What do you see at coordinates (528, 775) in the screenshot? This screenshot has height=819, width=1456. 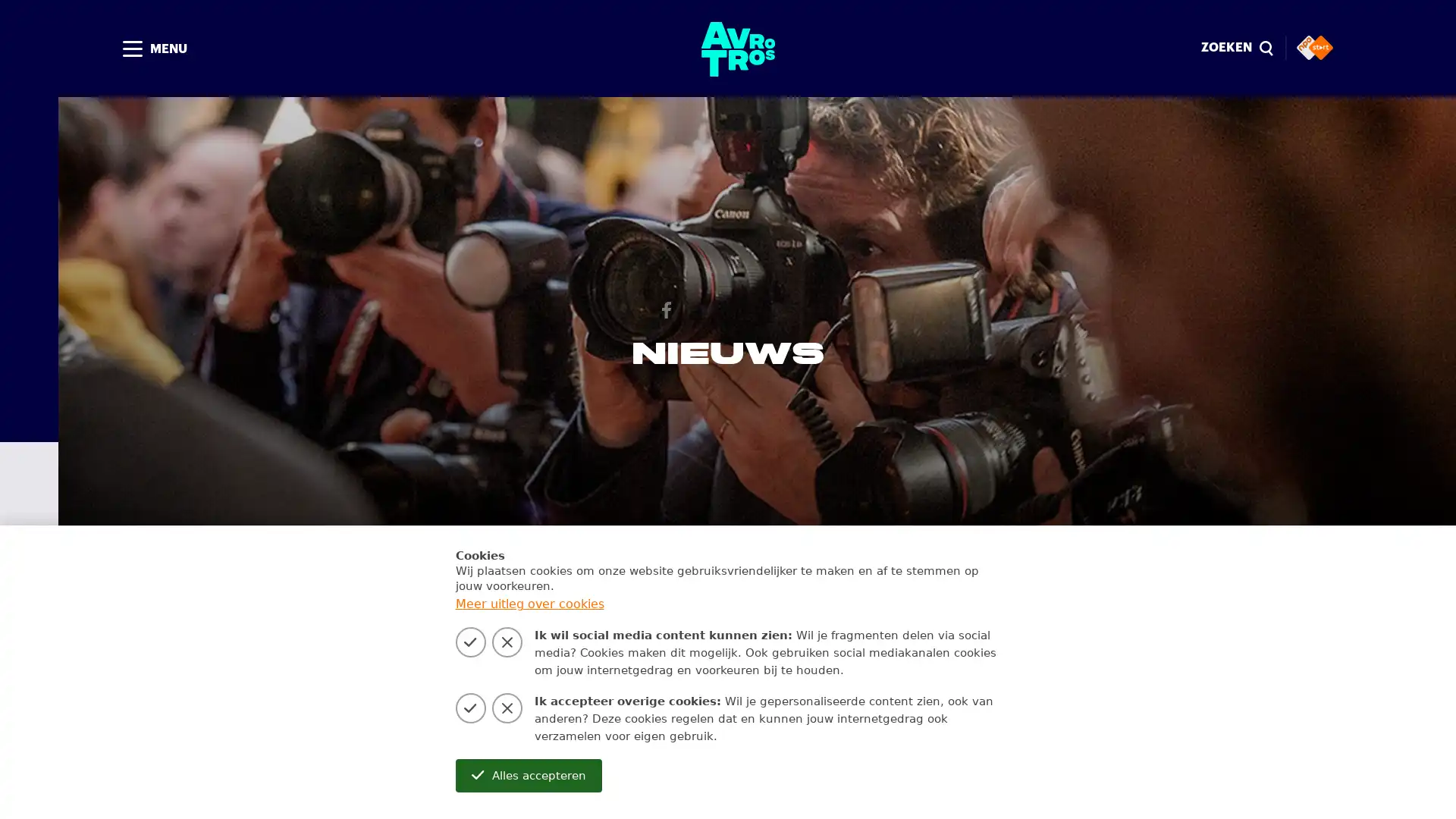 I see `Alles accepteren` at bounding box center [528, 775].